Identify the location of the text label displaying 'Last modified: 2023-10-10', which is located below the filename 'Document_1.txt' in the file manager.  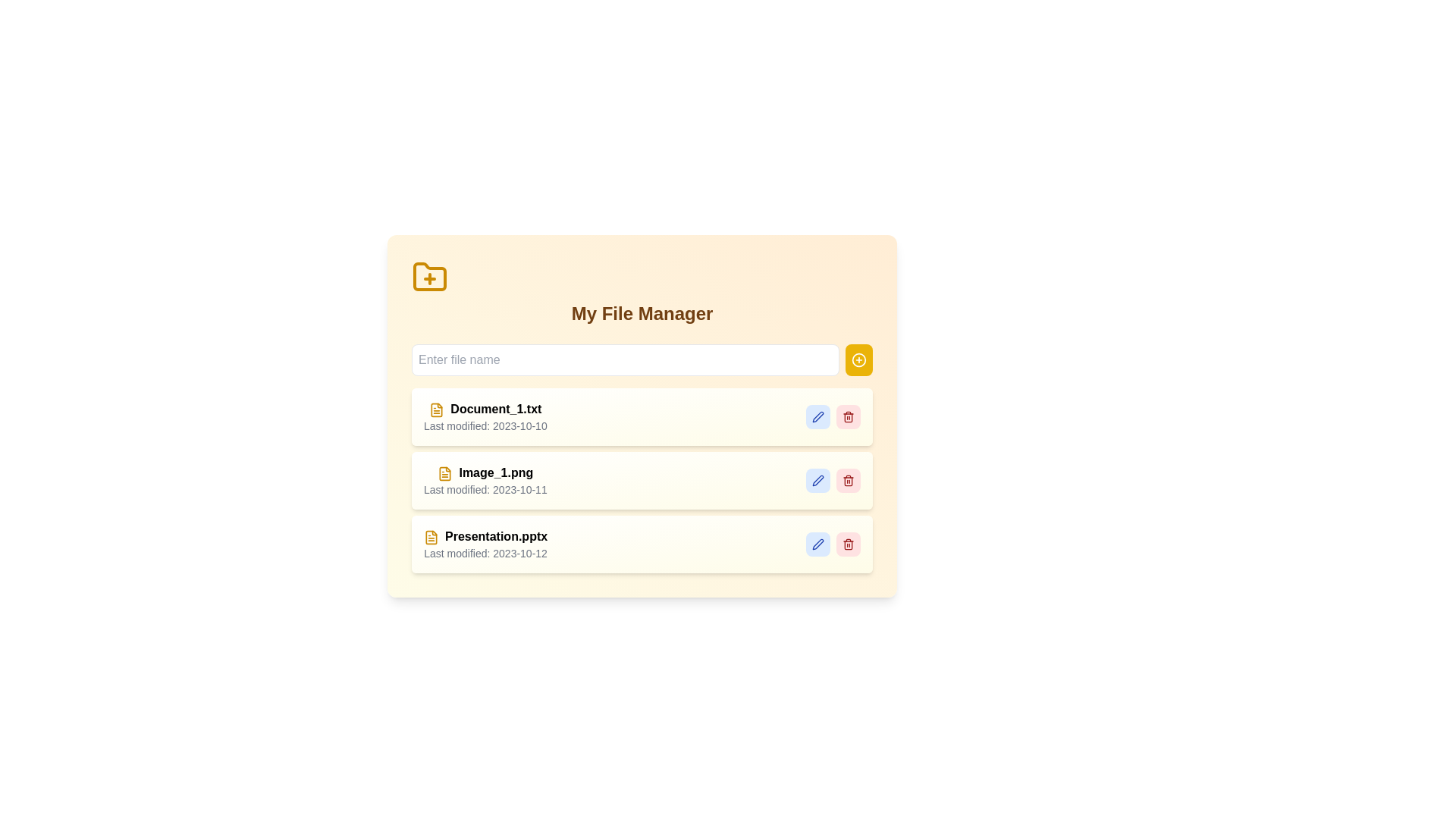
(485, 426).